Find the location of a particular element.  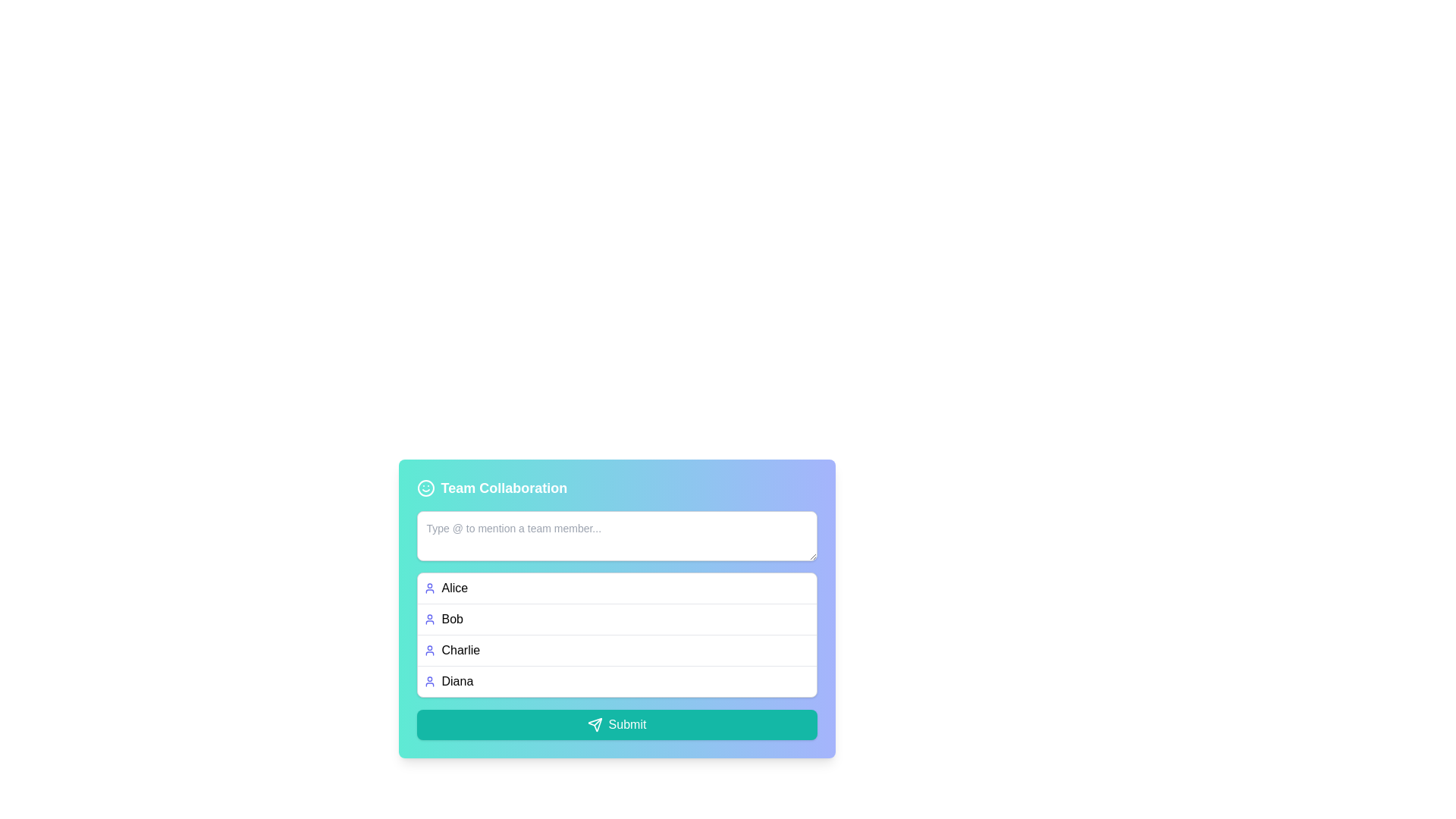

the list item representing the user named 'Bob', which is the second item in a four-item list is located at coordinates (617, 619).